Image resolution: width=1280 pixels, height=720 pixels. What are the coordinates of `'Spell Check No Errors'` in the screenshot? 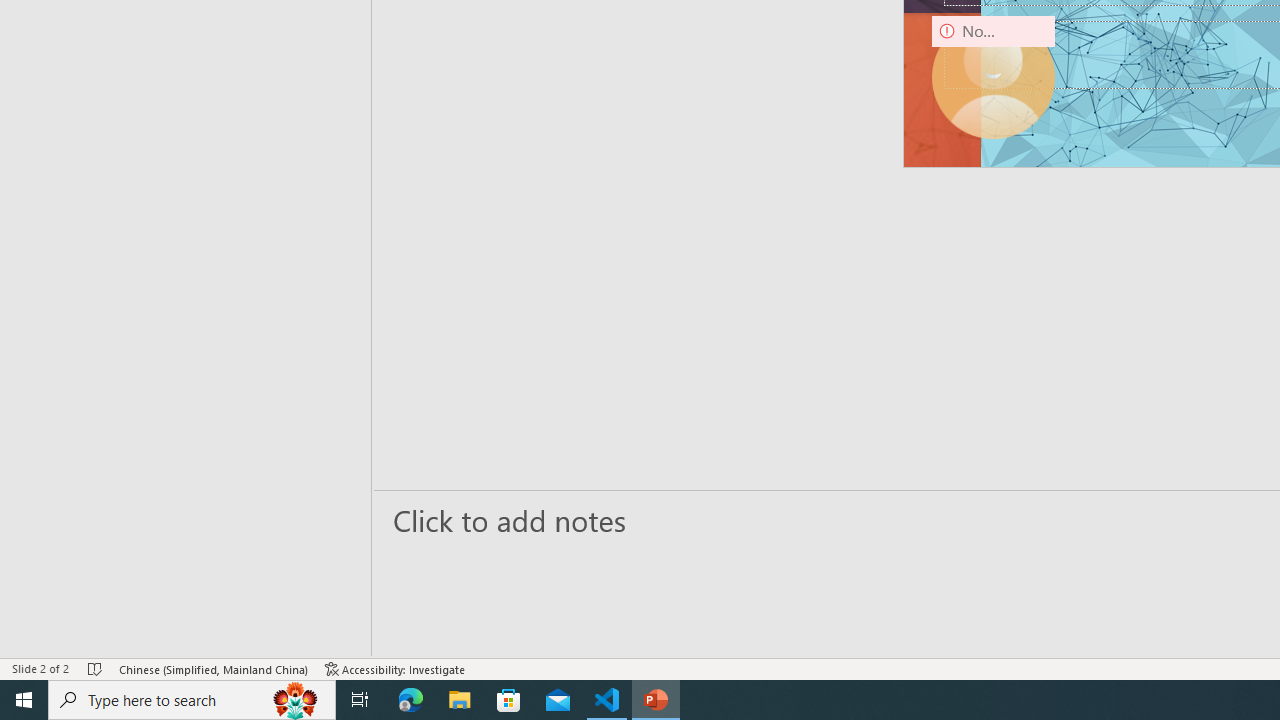 It's located at (95, 669).